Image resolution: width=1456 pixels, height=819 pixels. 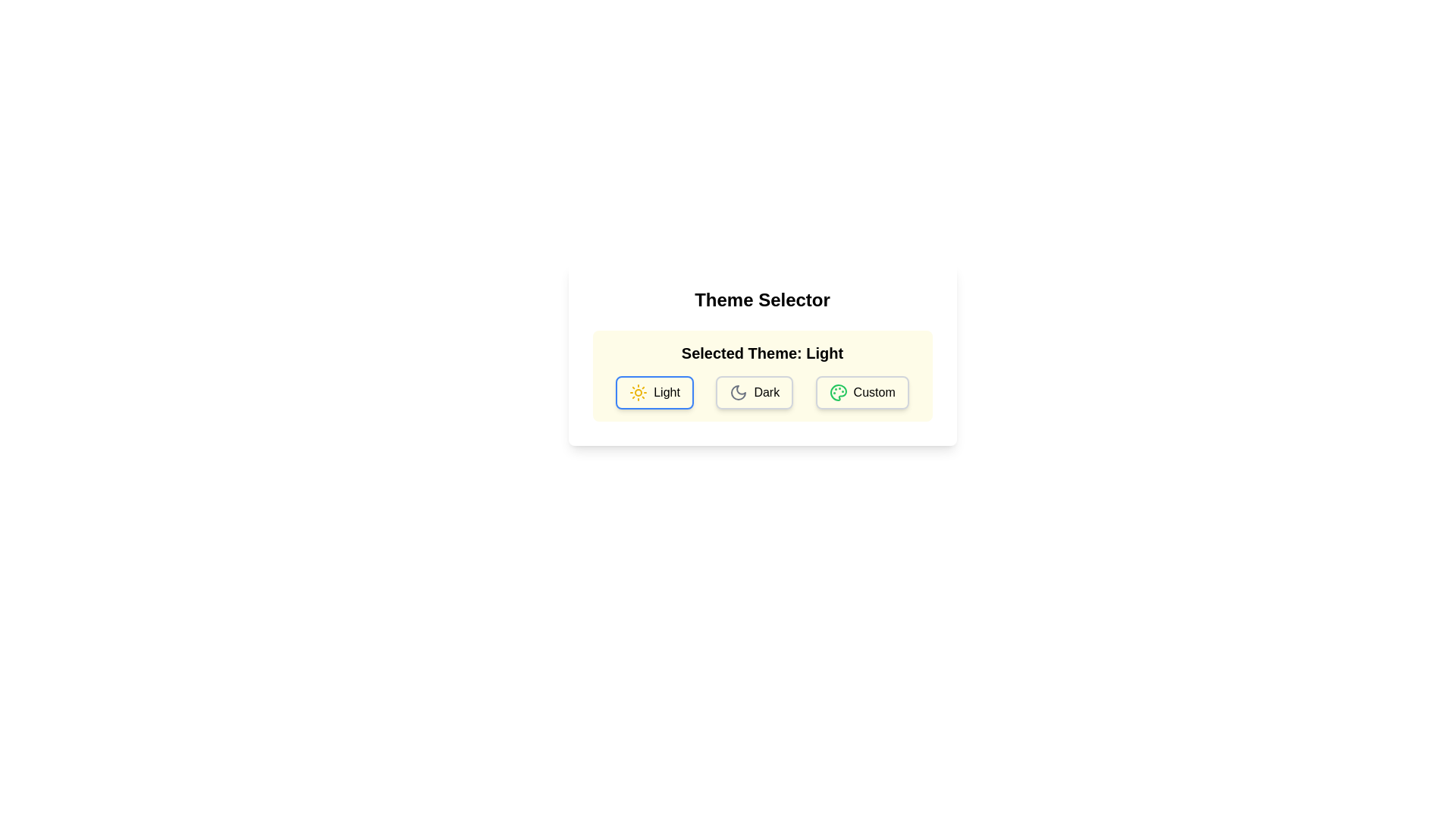 I want to click on the gray crescent moon icon adjacent to the text 'Dark' in the theme selection options, so click(x=739, y=391).